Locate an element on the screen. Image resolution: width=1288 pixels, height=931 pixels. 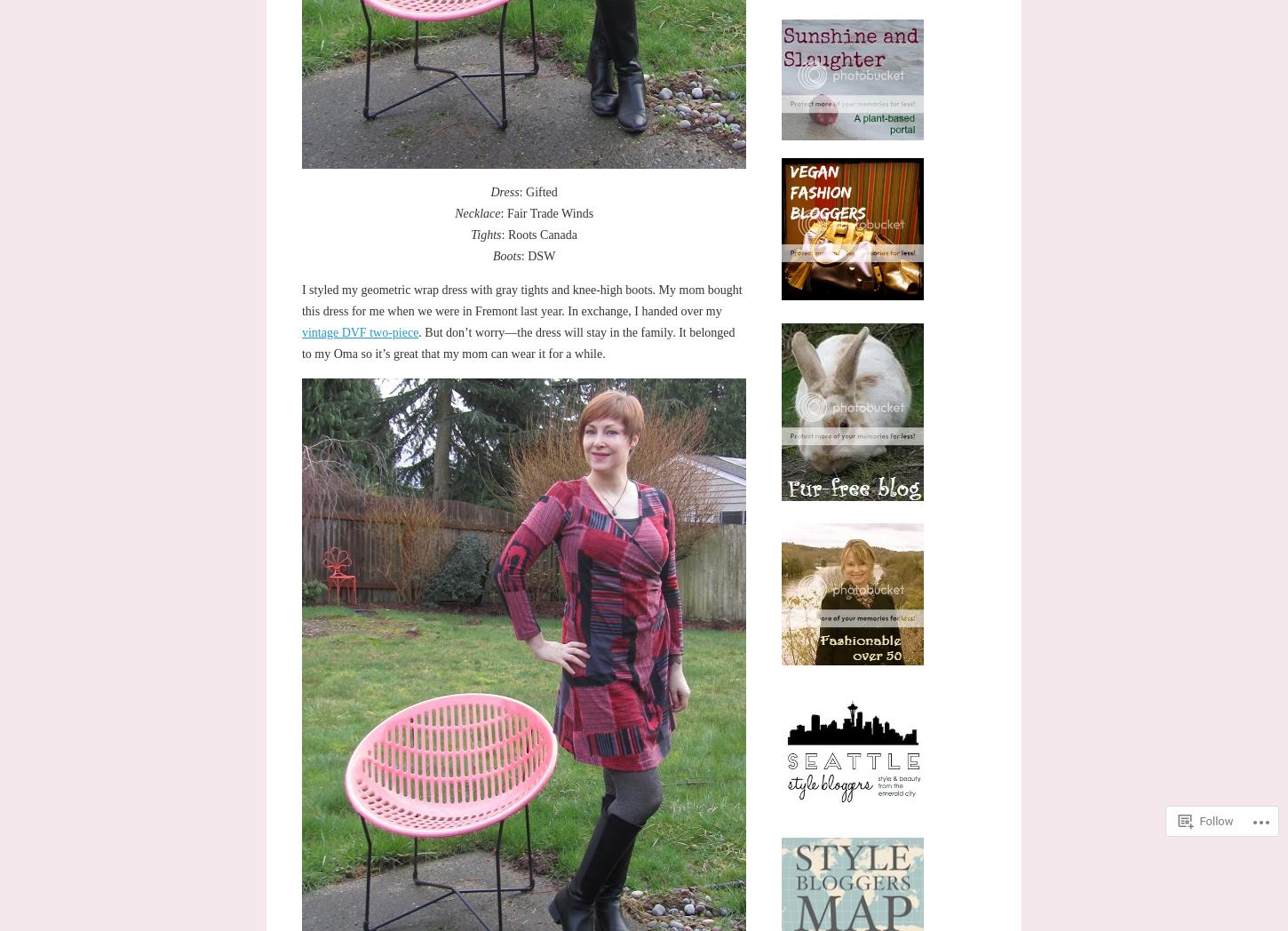
'I styled my geometric wrap dress with gray tights and knee-high boots. My mom bought this dress for me when we were in Fremont last year. In exchange, I handed over my' is located at coordinates (521, 300).